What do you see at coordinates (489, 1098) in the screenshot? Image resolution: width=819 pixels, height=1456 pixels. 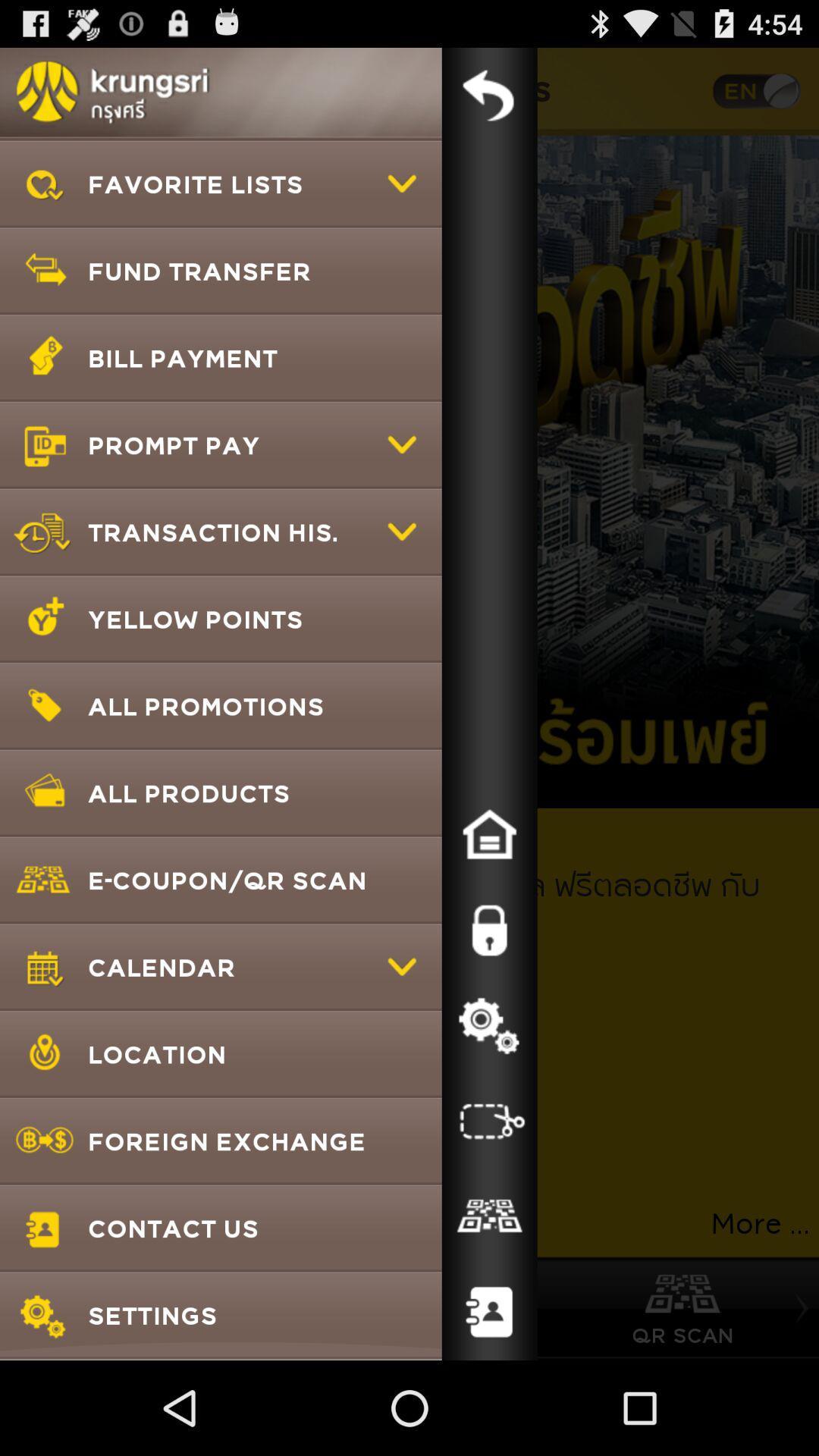 I see `the settings icon` at bounding box center [489, 1098].